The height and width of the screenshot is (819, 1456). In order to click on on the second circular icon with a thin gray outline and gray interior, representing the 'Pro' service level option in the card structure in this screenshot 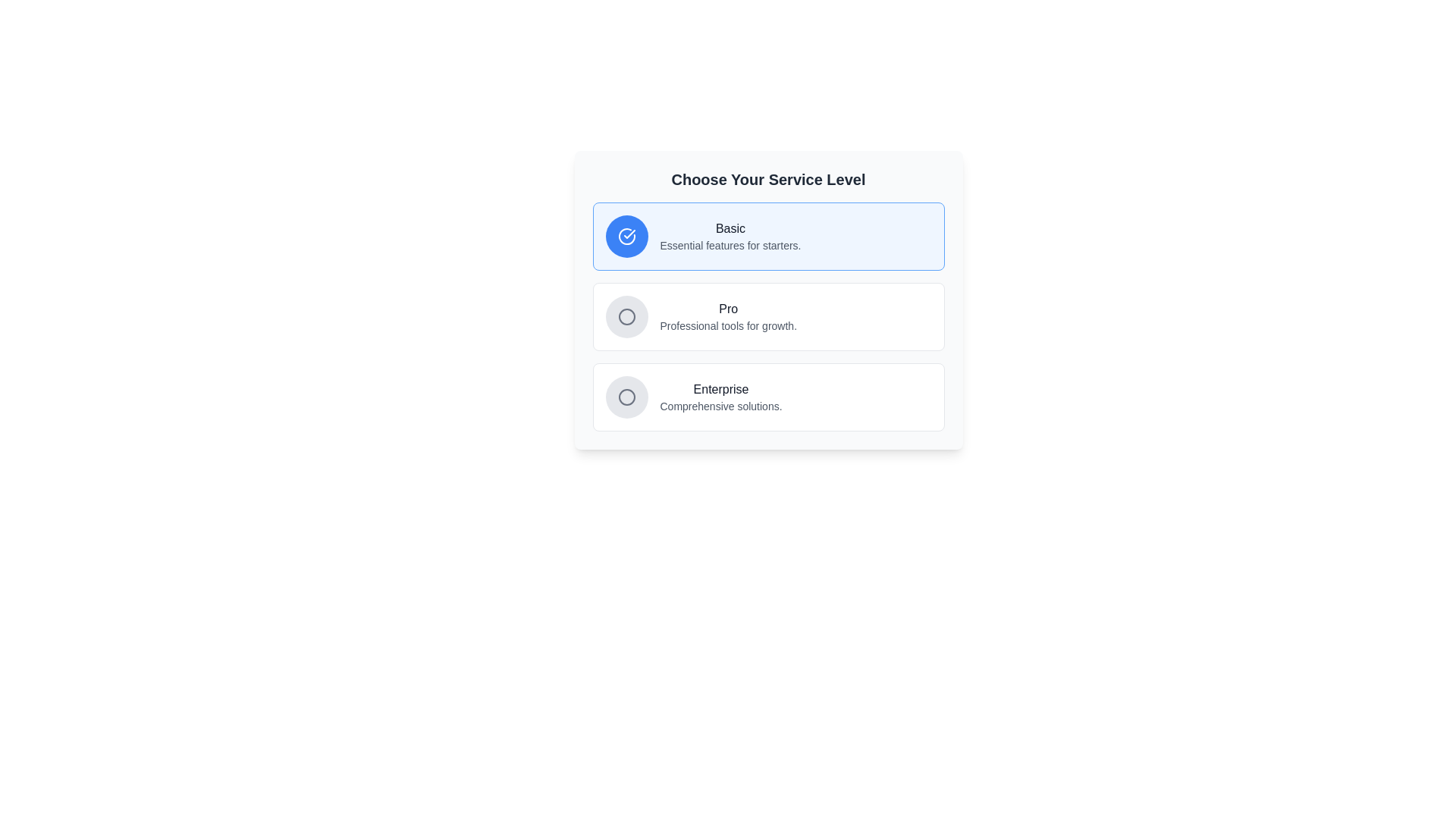, I will do `click(626, 315)`.